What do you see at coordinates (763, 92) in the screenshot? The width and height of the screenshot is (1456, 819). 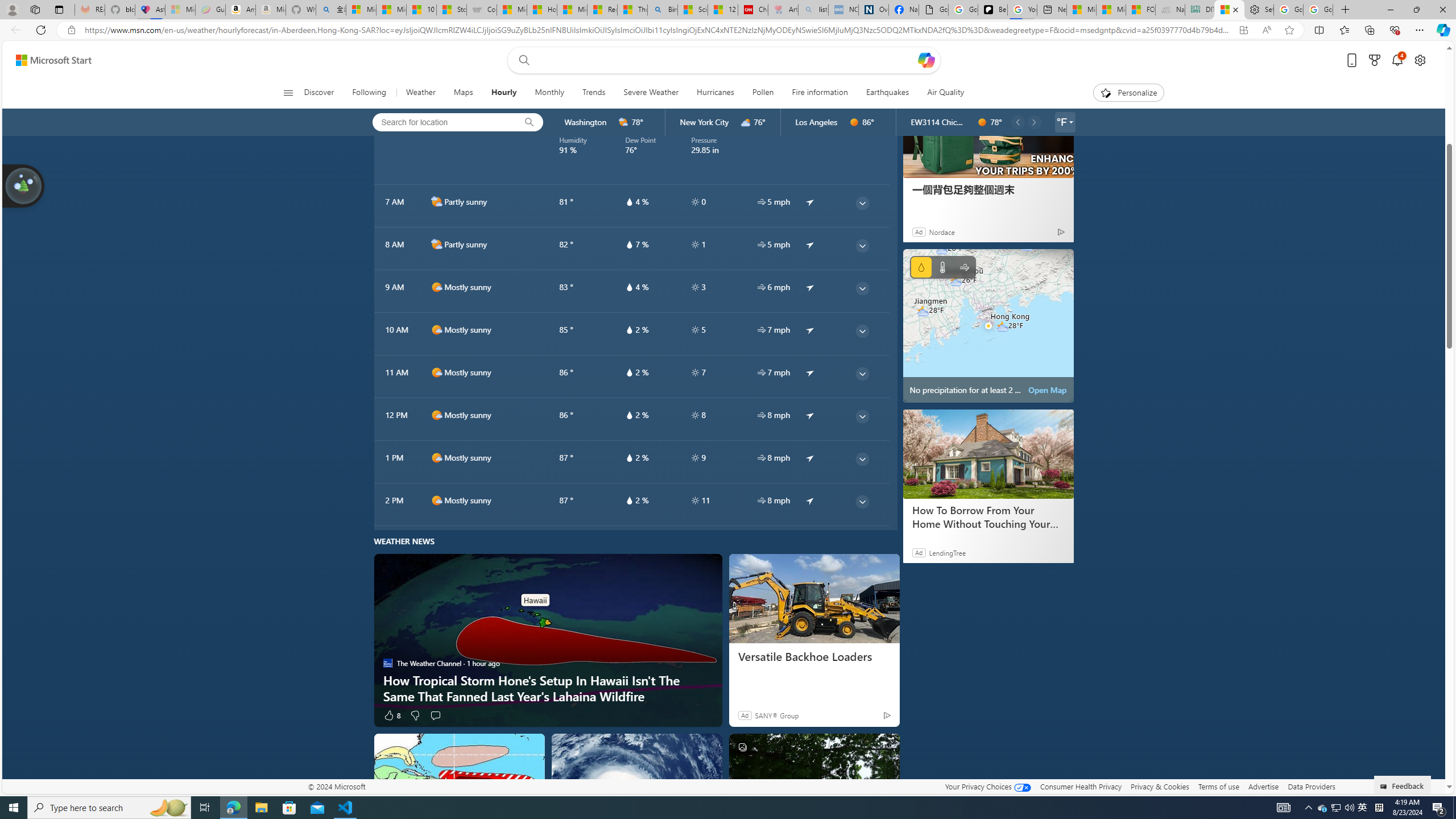 I see `'Pollen'` at bounding box center [763, 92].